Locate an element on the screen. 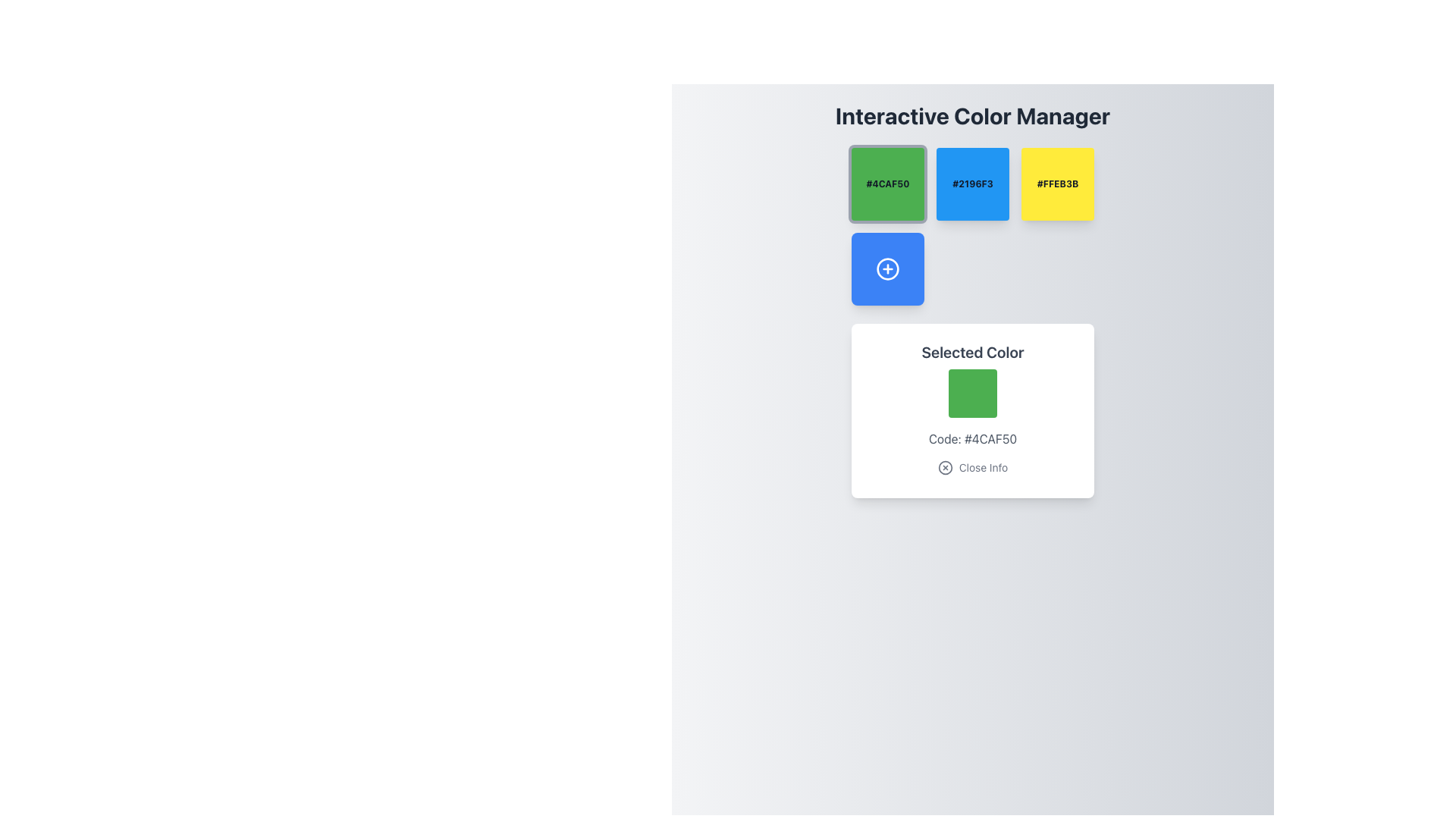  the blue color tile with hexadecimal code '#2196F3', which is the second tile in a grid and located between the green tile '#4CAF50' and the yellow tile '#FFEB3B' is located at coordinates (972, 184).